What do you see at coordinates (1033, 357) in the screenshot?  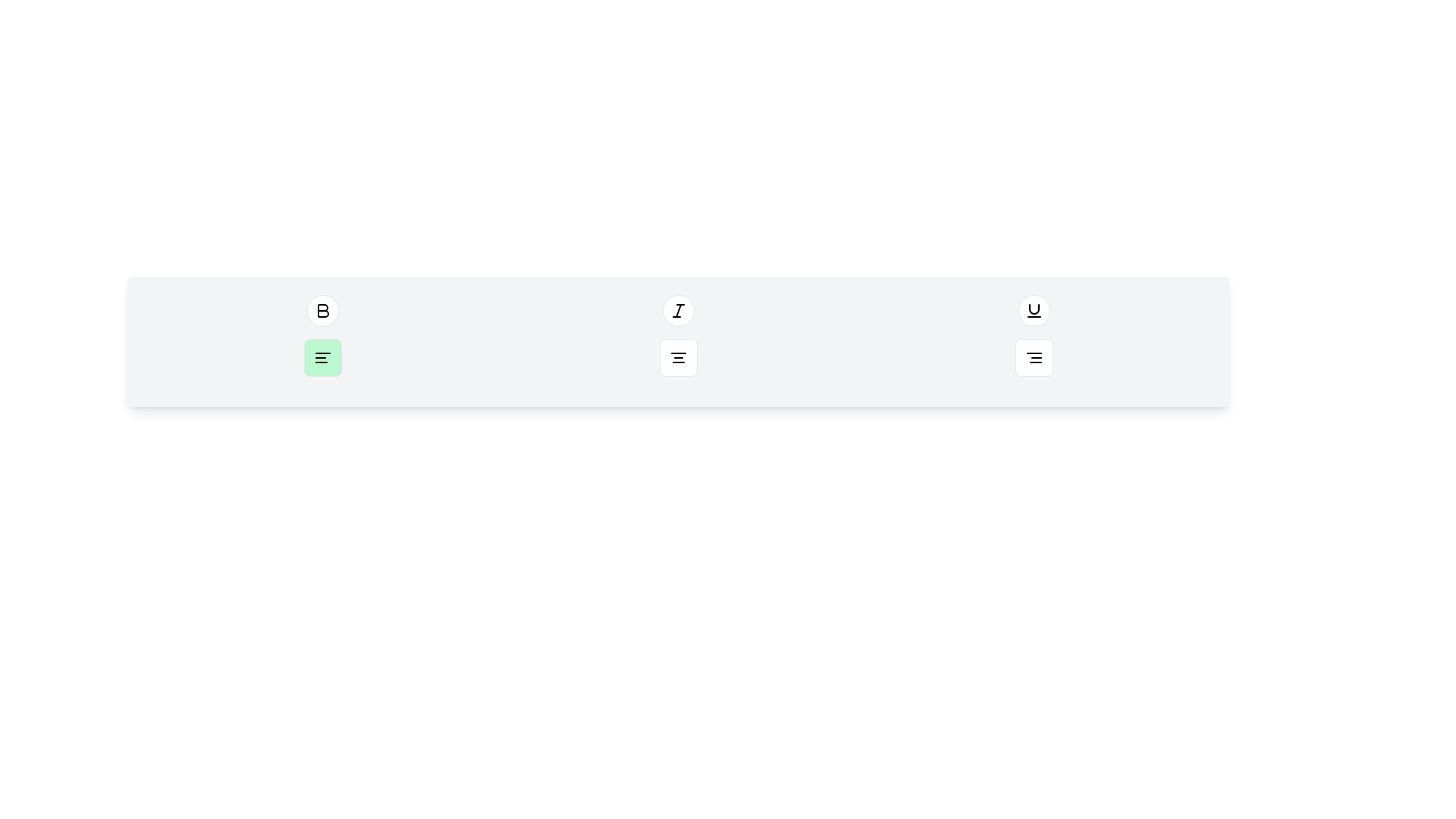 I see `the 'Align Right' button` at bounding box center [1033, 357].